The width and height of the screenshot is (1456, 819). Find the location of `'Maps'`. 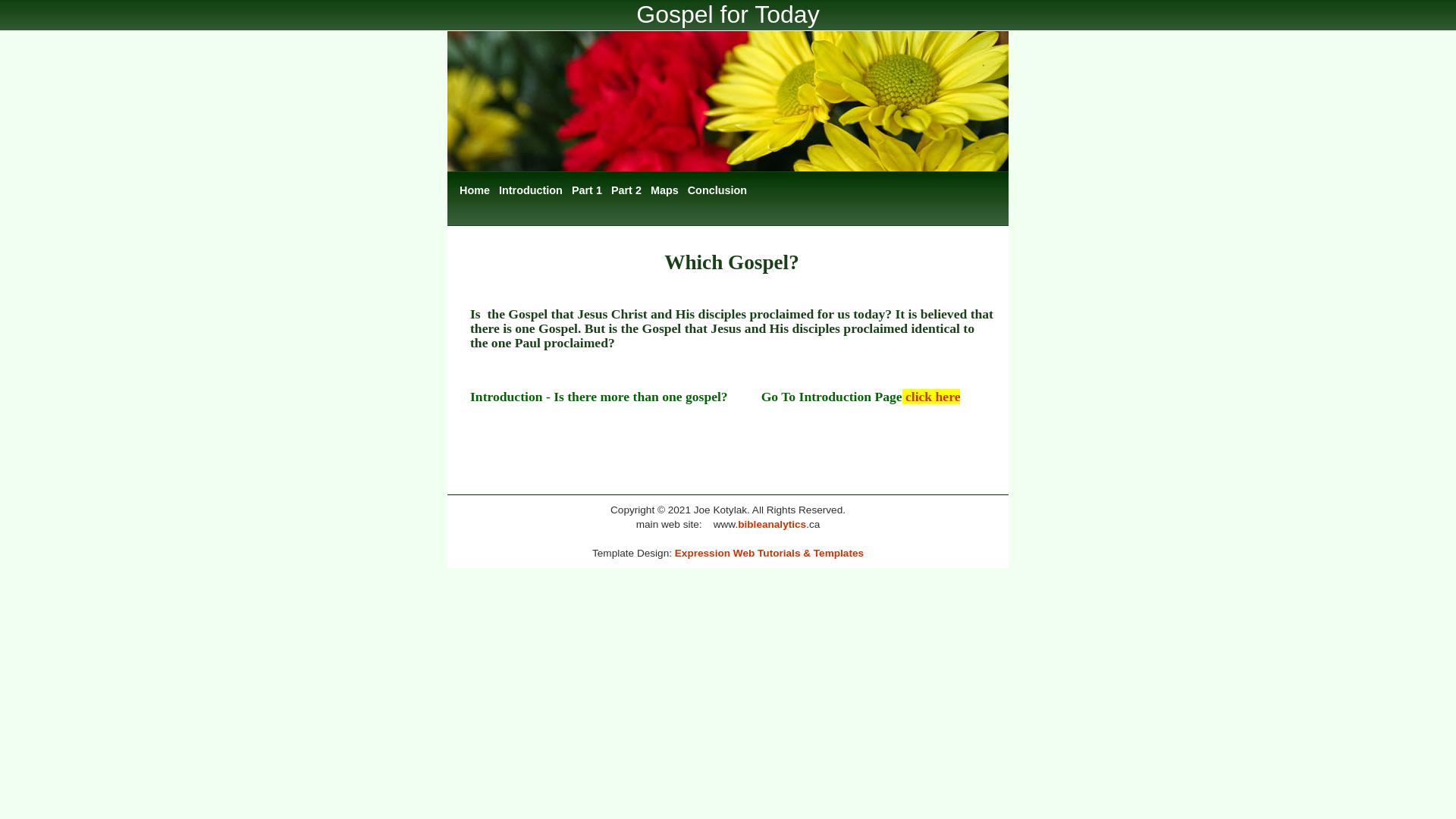

'Maps' is located at coordinates (664, 190).